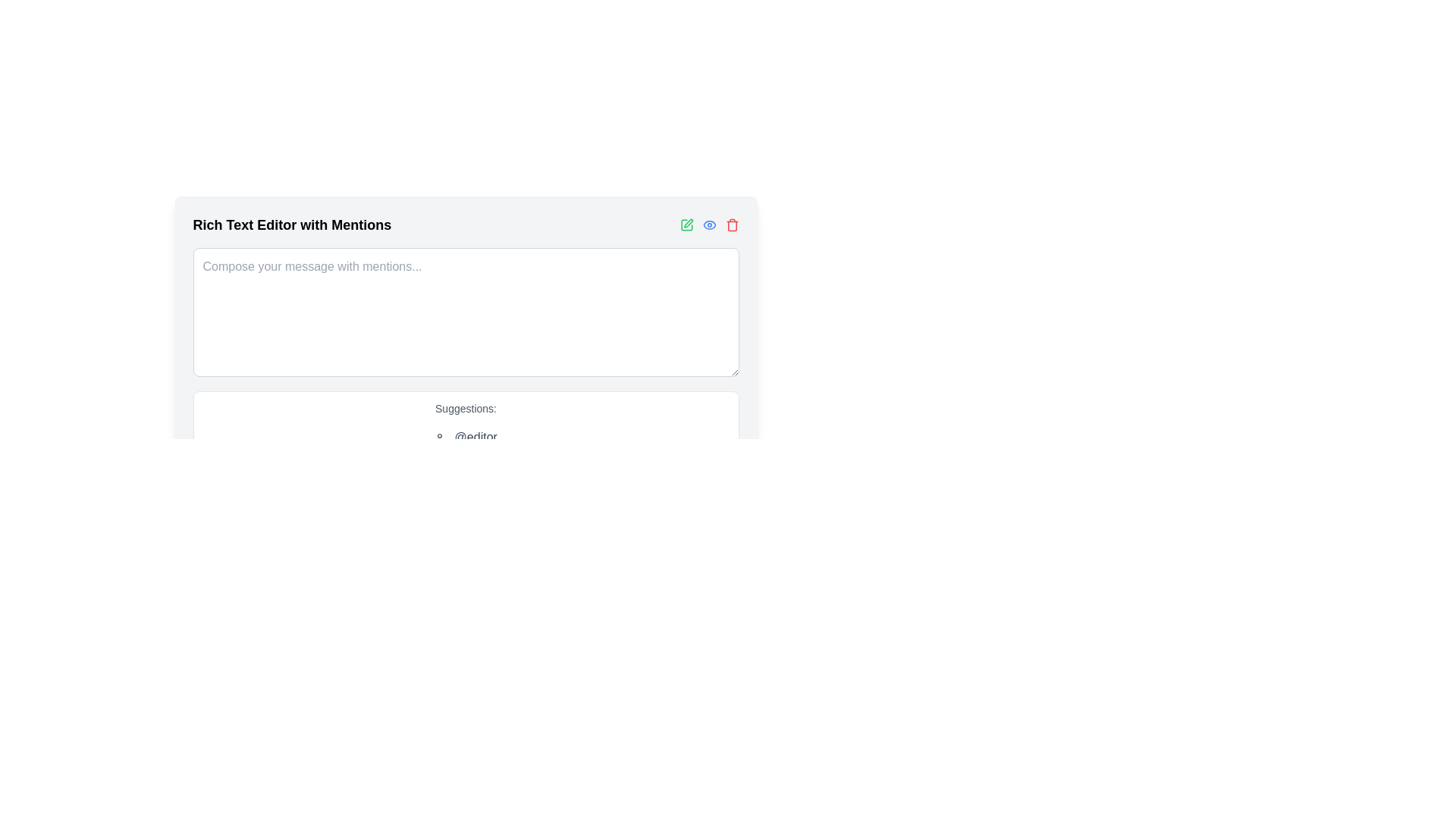 The height and width of the screenshot is (819, 1456). I want to click on text in the text area styled with a white background and gray border, located below the 'Rich Text Editor with Mentions' title area, so click(465, 312).